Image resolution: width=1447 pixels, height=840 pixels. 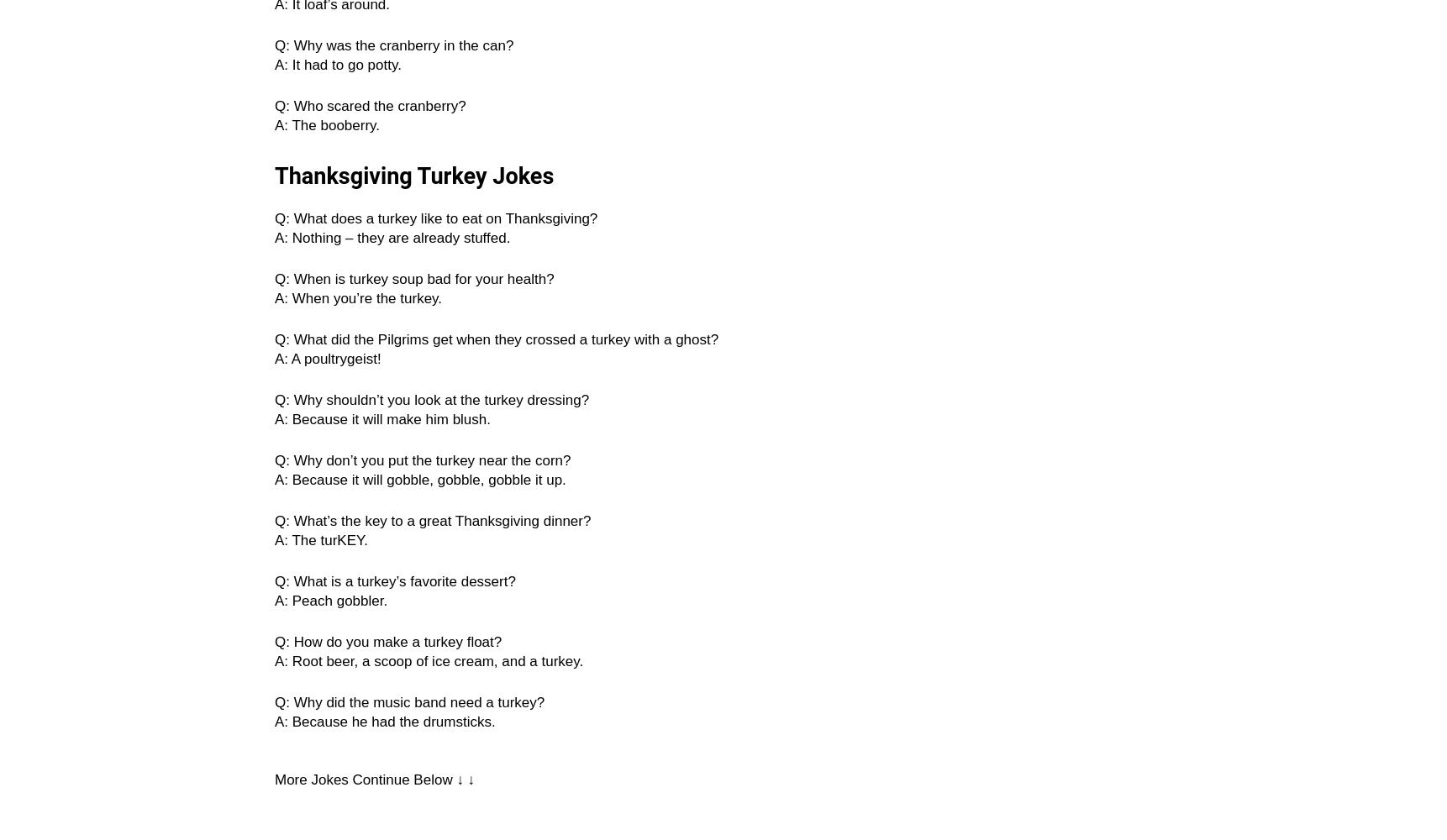 What do you see at coordinates (436, 218) in the screenshot?
I see `'Q: What does a turkey like to eat on Thanksgiving?'` at bounding box center [436, 218].